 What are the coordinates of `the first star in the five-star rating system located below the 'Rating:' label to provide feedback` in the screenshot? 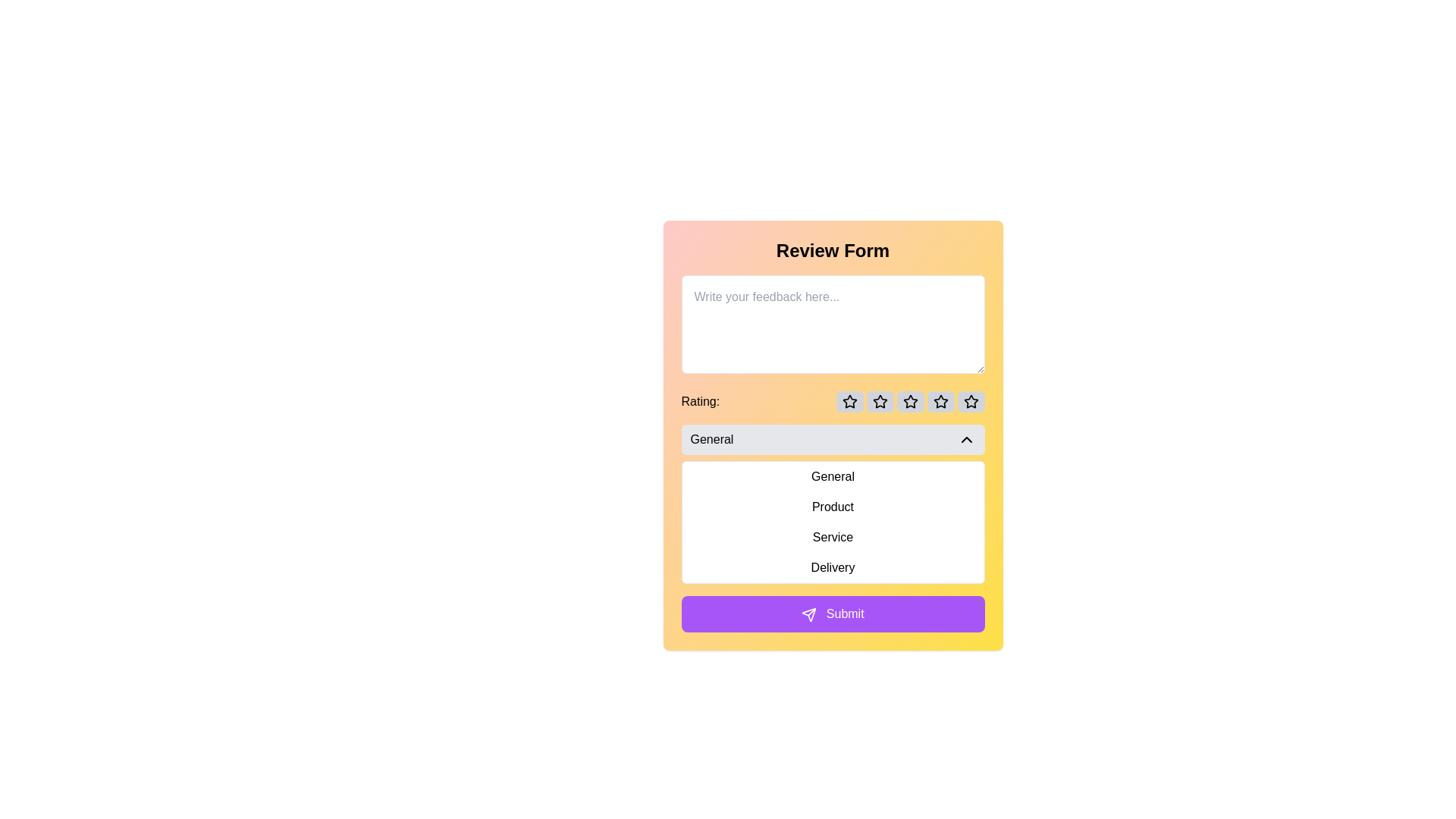 It's located at (848, 400).